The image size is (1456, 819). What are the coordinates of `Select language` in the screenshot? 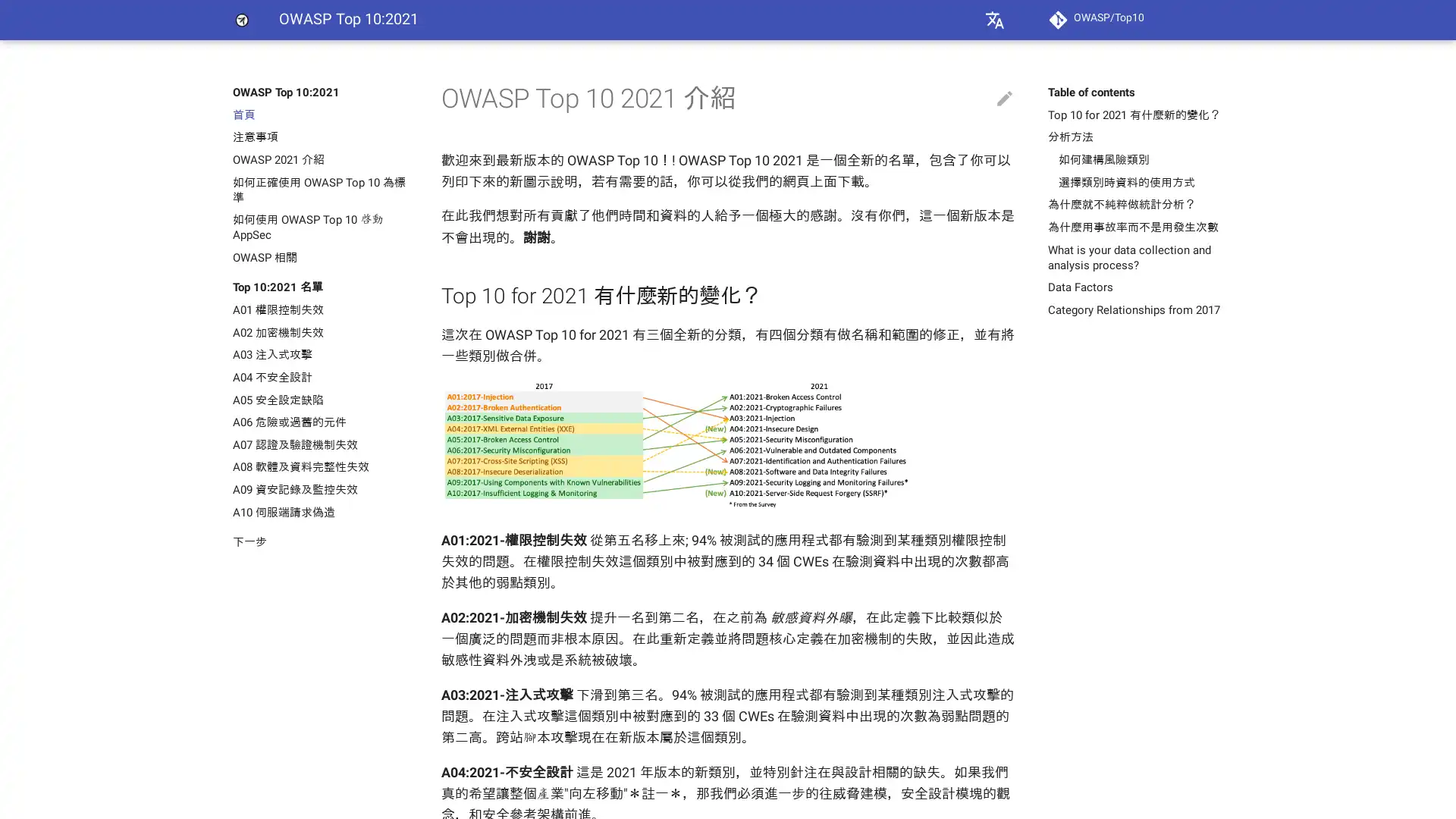 It's located at (994, 20).